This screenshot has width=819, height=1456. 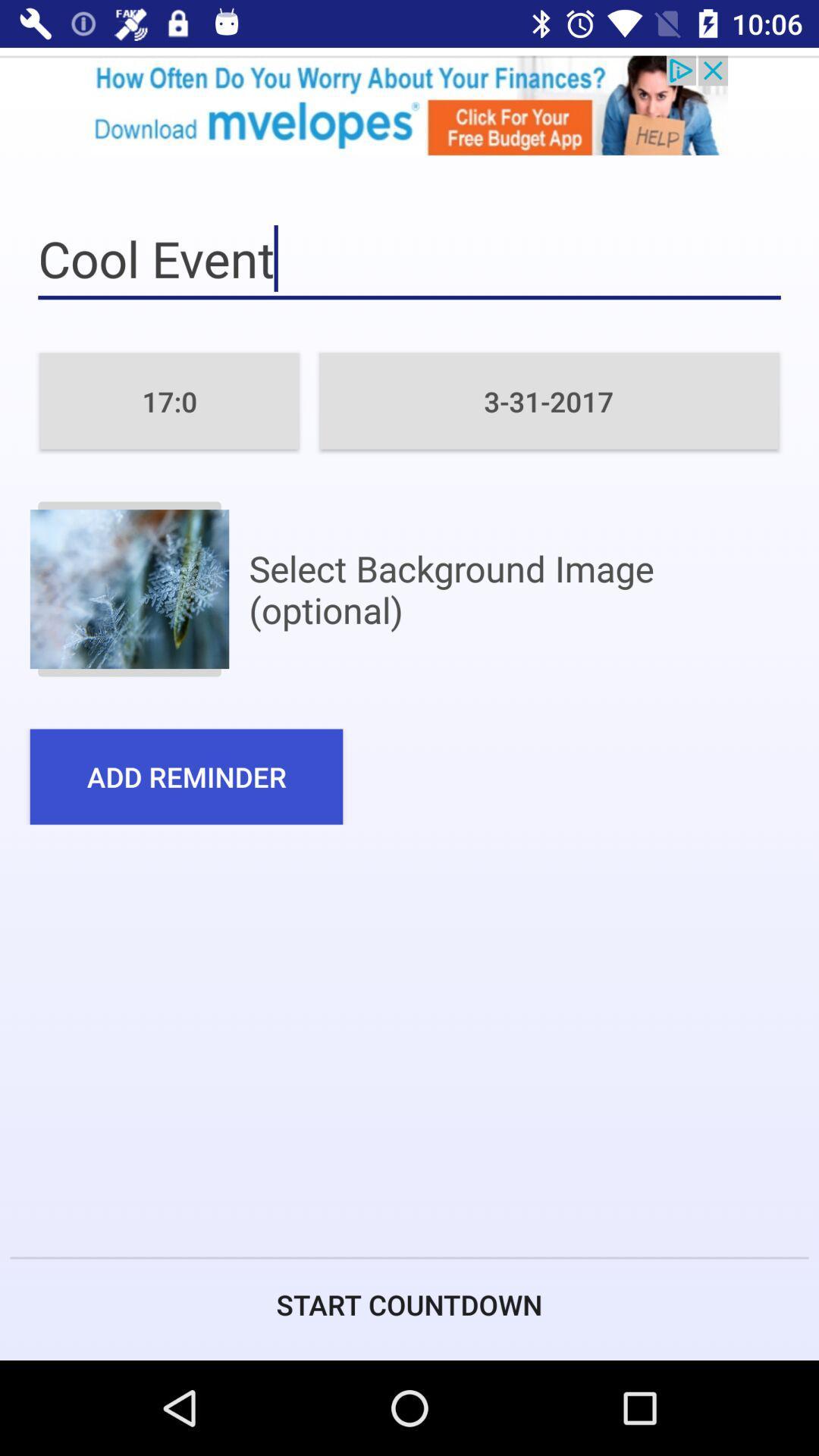 I want to click on button, so click(x=128, y=588).